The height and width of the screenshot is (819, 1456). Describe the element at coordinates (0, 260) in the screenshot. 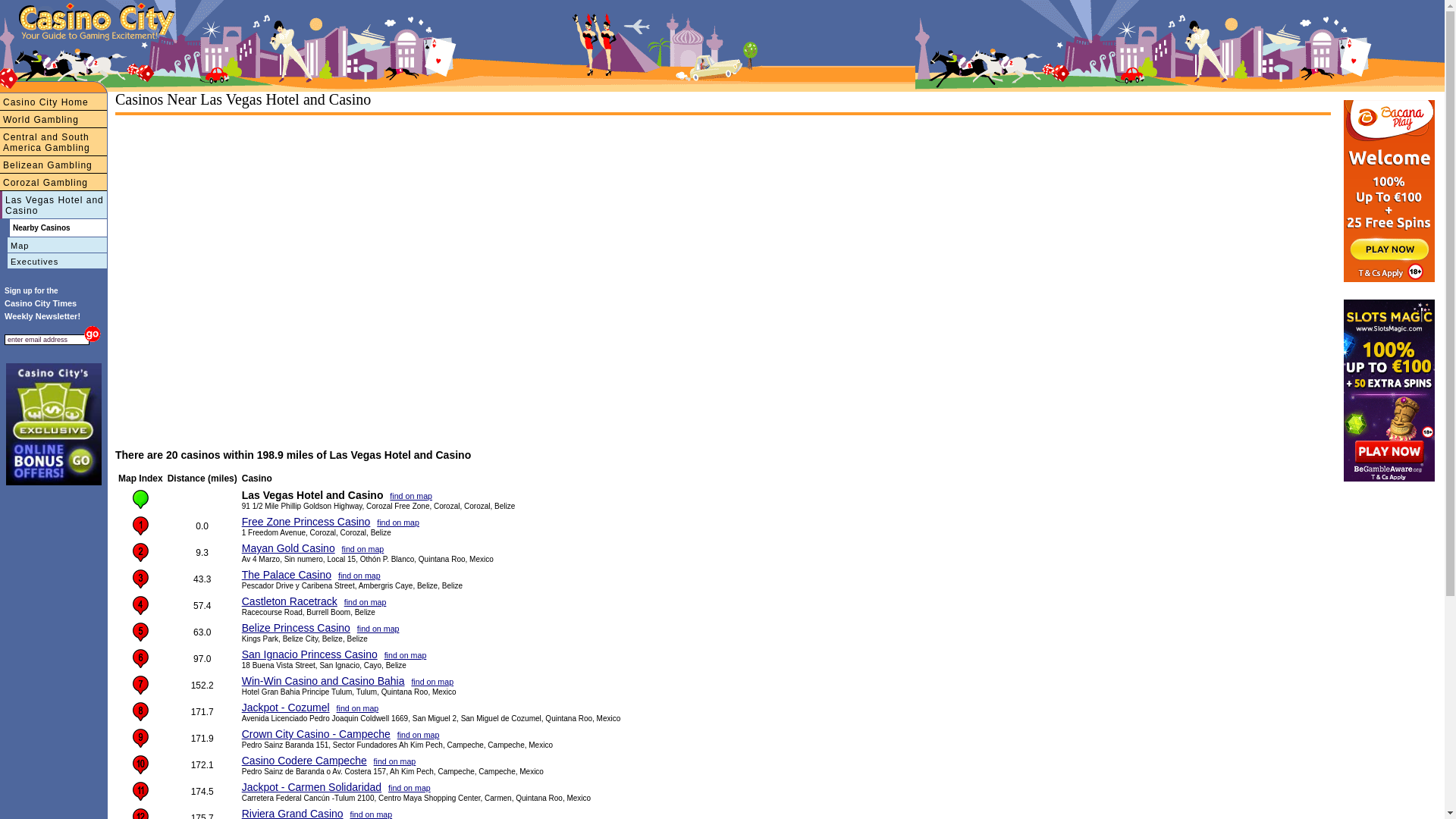

I see `'Executives'` at that location.